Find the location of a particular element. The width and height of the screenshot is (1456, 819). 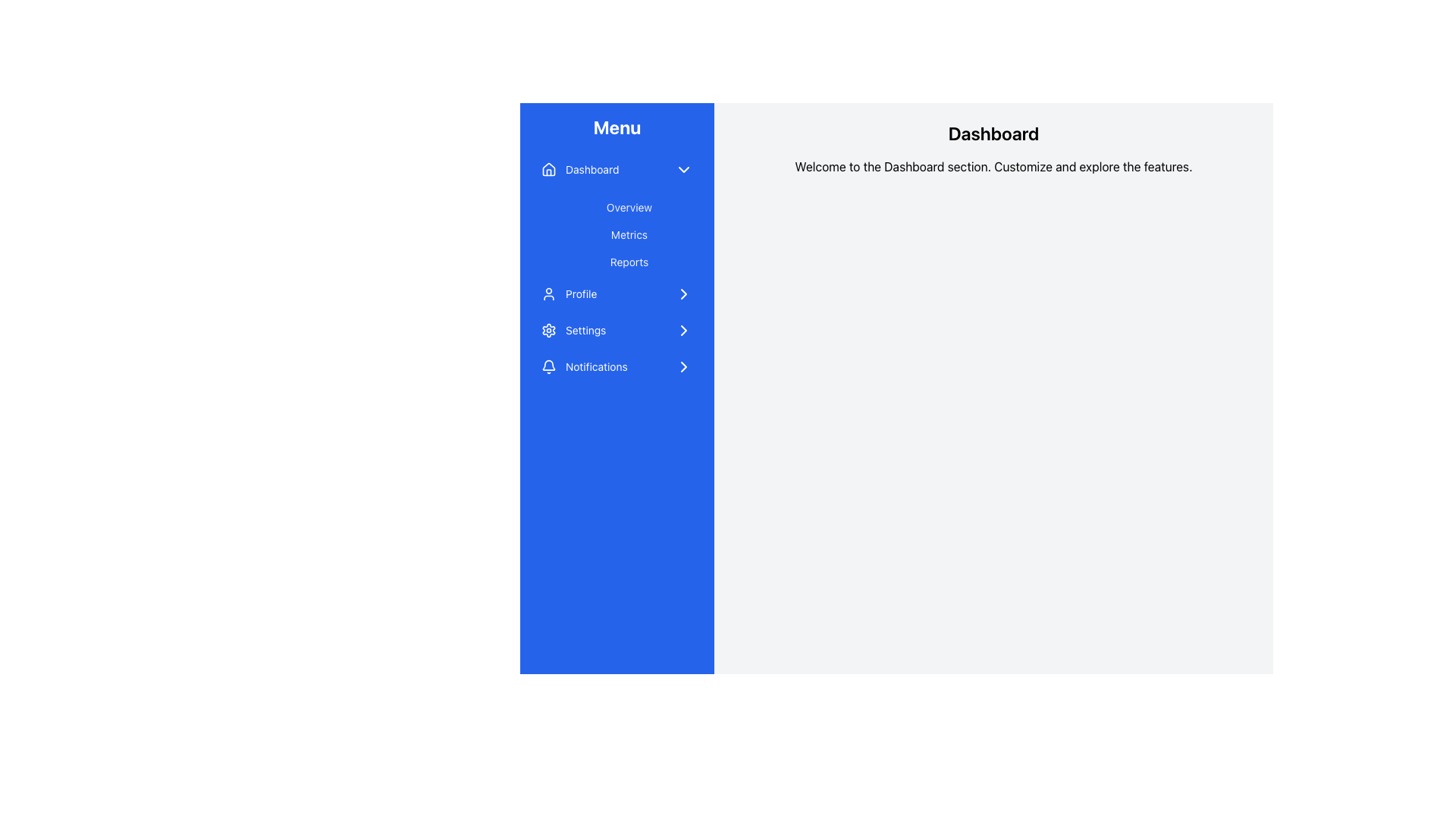

the 'Metrics' button, which is a horizontally aligned text button with a blue background and white text, located in the vertical navigation menu on the left side of the interface, positioned between the 'Overview' and 'Reports' elements is located at coordinates (629, 234).